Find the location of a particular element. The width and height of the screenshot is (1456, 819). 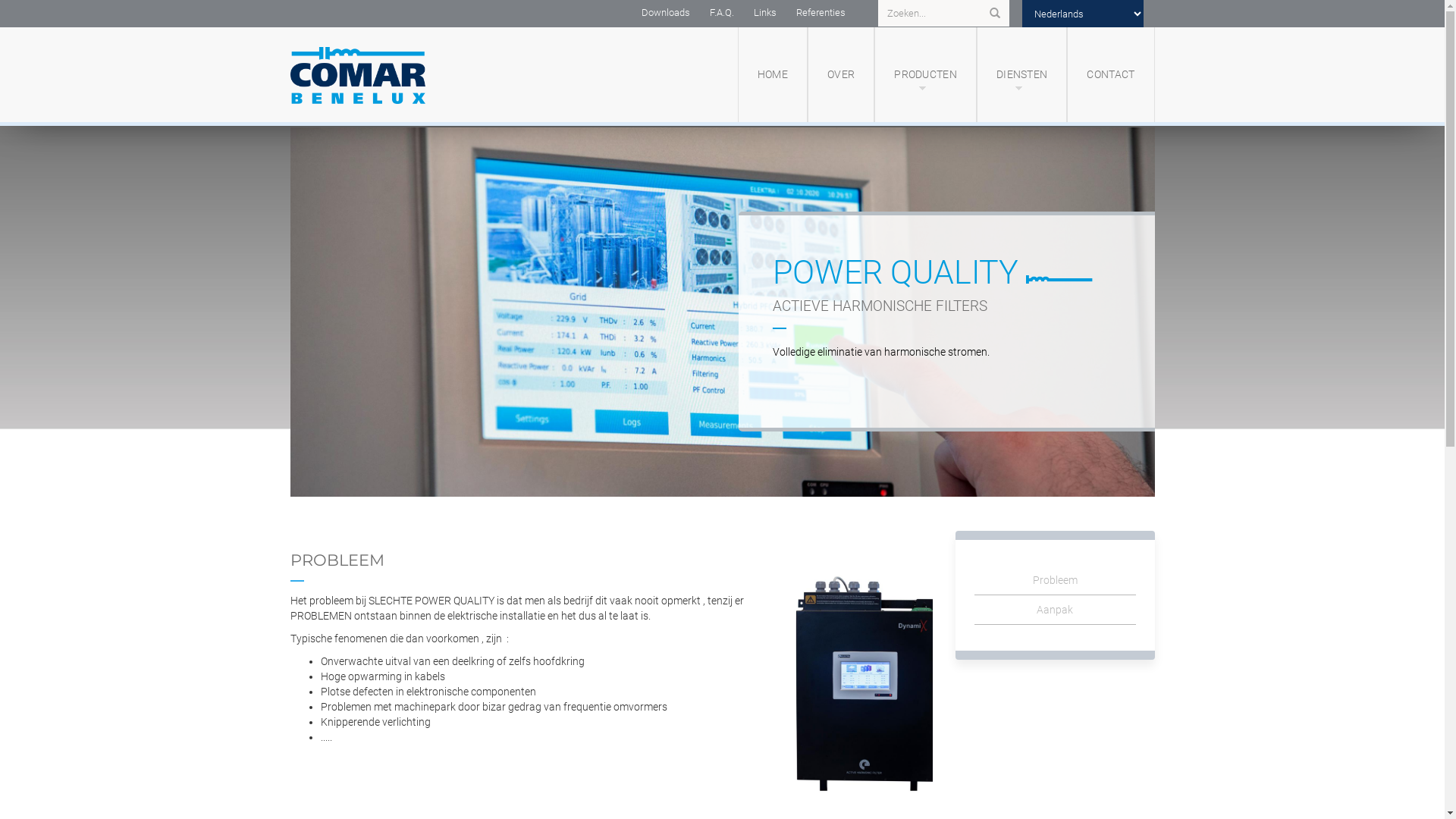

'HOME' is located at coordinates (772, 74).